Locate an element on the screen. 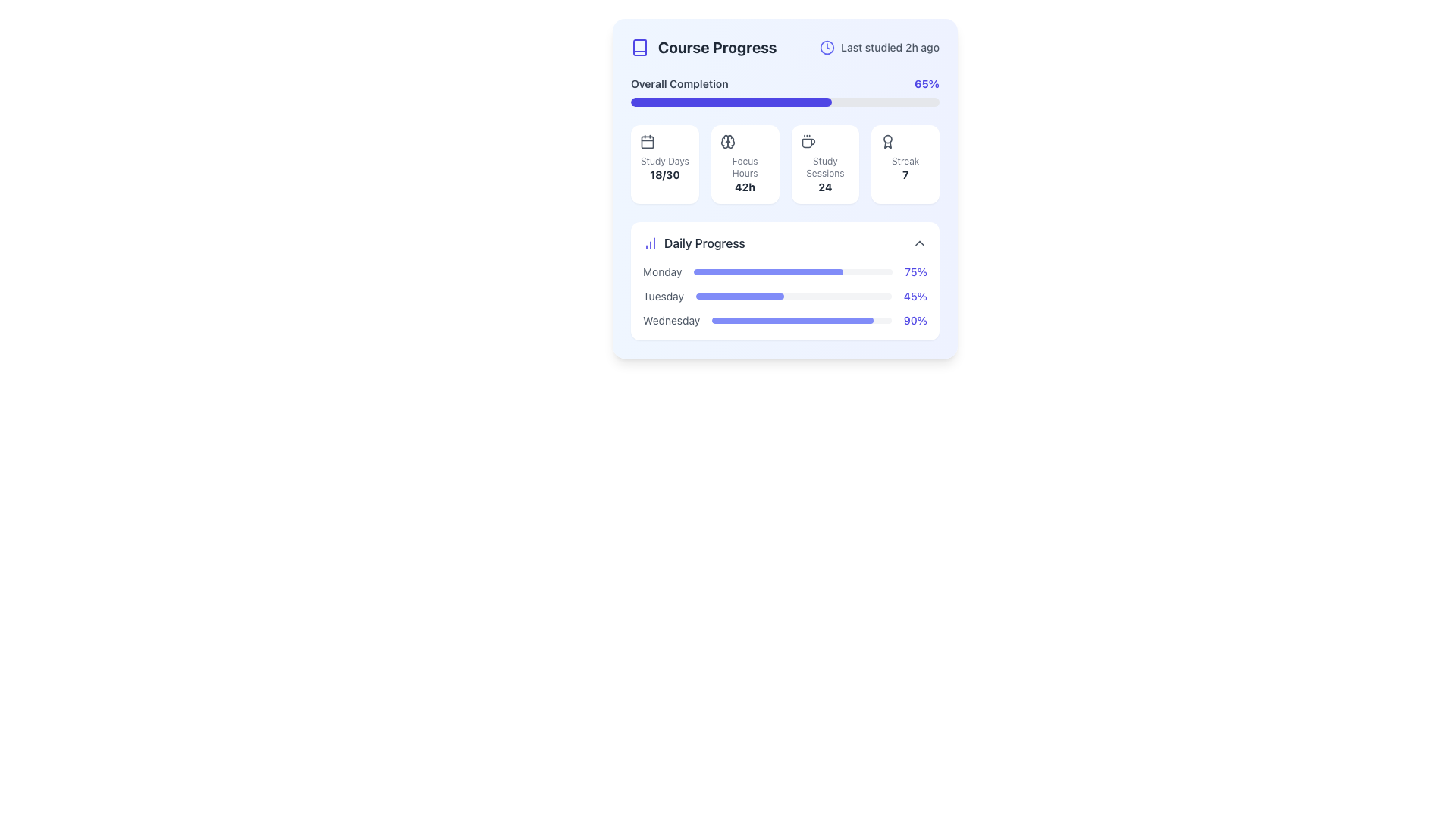 This screenshot has height=819, width=1456. the 'Overall Completion' text label, which is styled in bold gray font and located above the progress bar in the 'Course Progress' section is located at coordinates (679, 84).